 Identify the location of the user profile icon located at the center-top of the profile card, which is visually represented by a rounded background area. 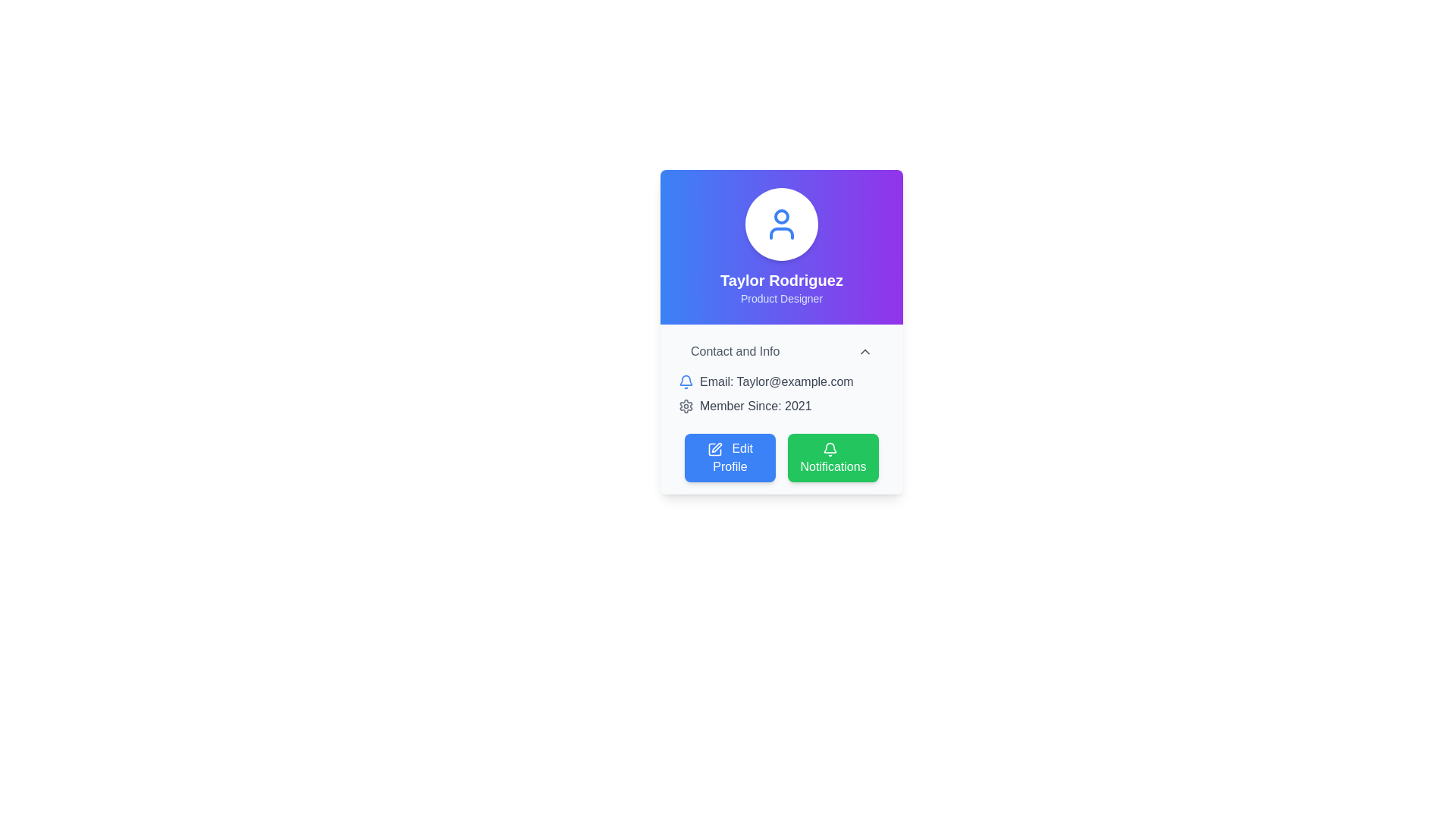
(782, 224).